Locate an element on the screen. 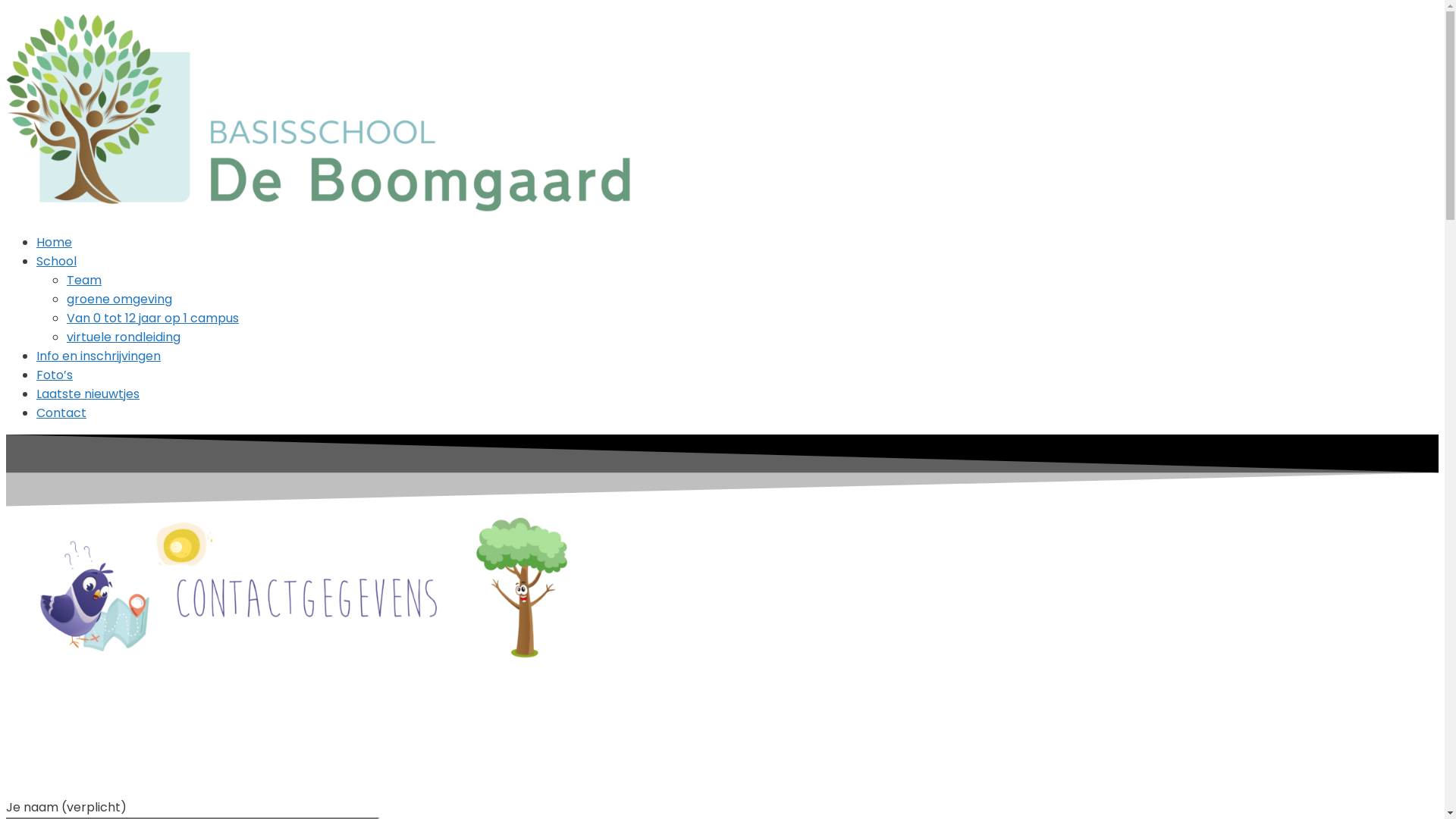 This screenshot has height=819, width=1456. 'virtuele rondleiding' is located at coordinates (124, 336).